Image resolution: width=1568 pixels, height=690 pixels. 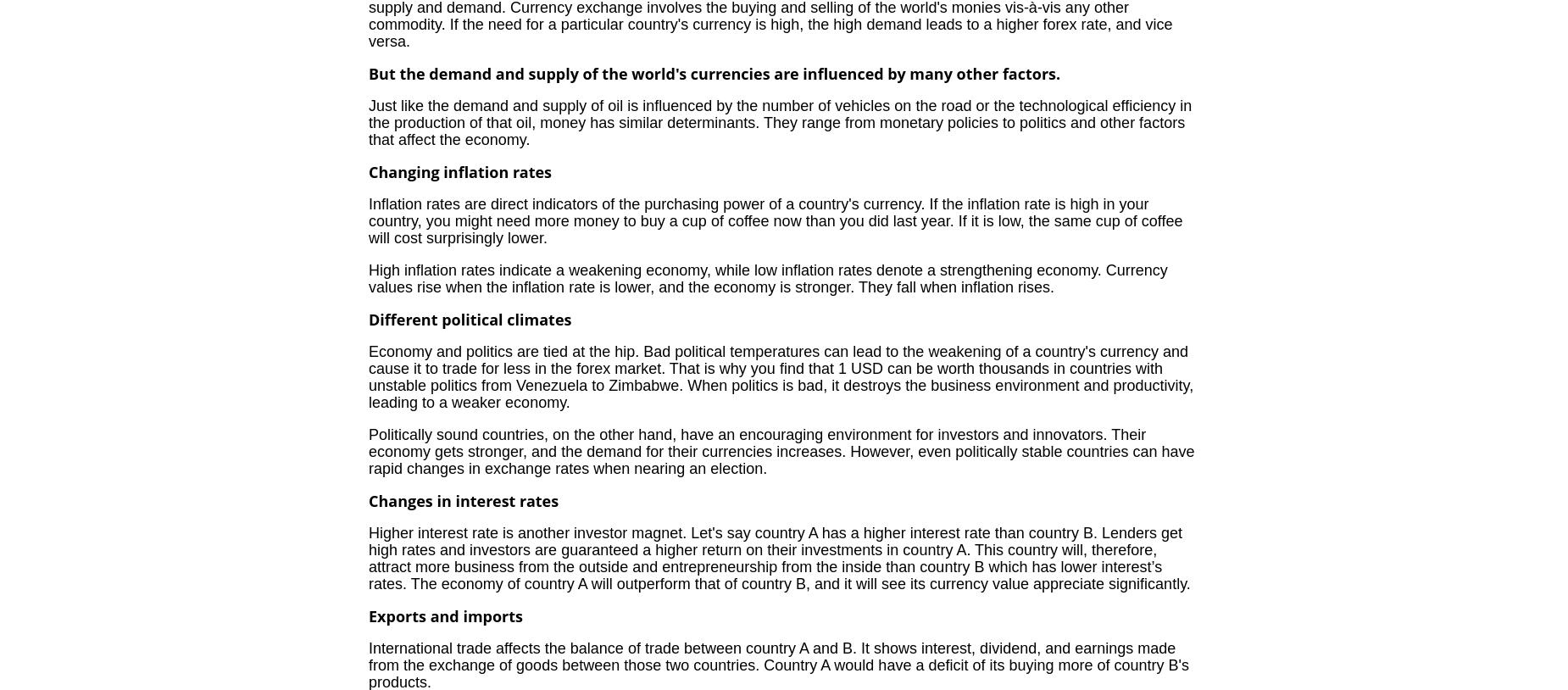 I want to click on 'Just like the demand and supply of oil is influenced by the number of vehicles on the road or the technological efficiency in the production of that oil, money has similar determinants. 
They range from monetary policies to politics and other factors that affect the economy.', so click(x=780, y=121).